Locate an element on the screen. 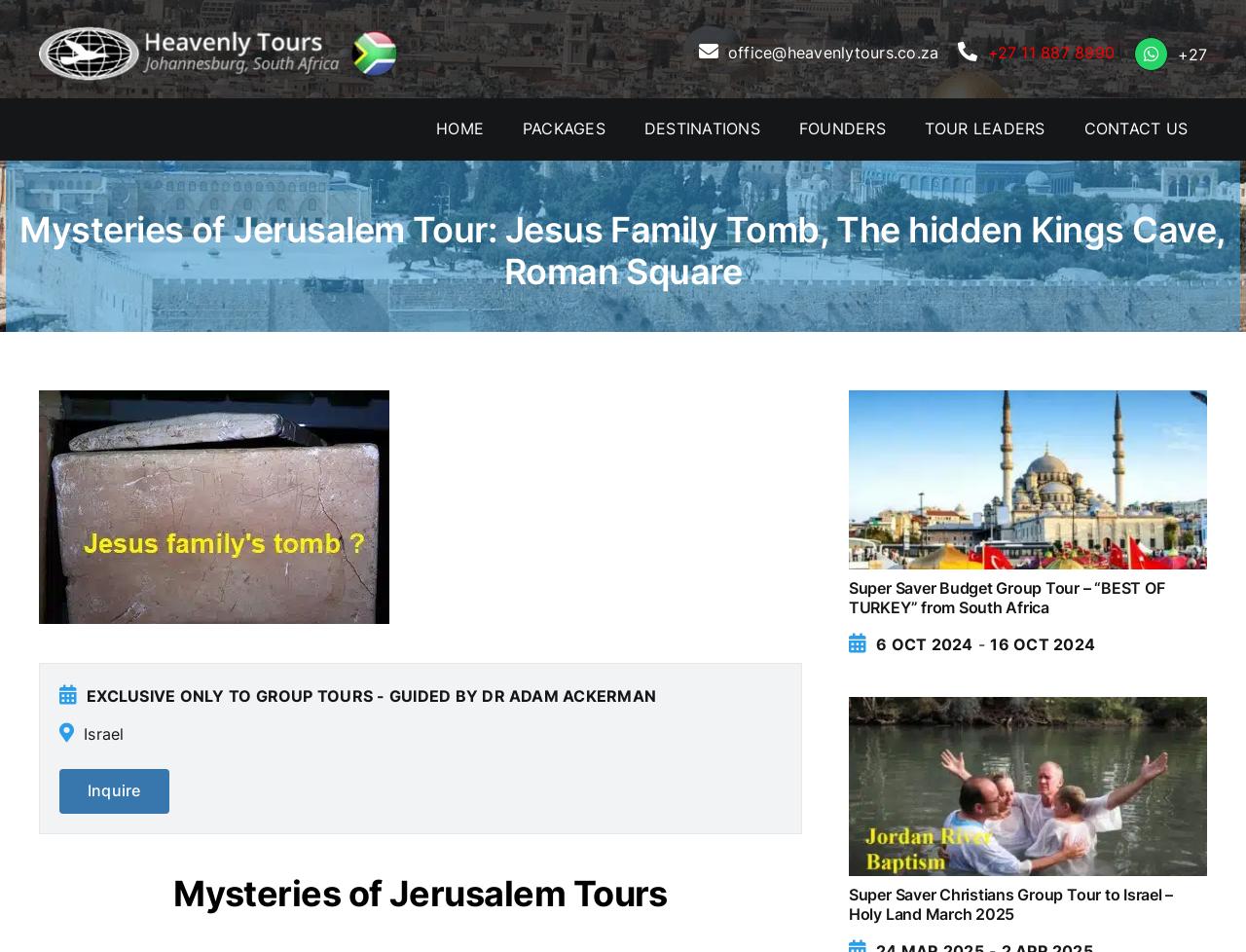 The height and width of the screenshot is (952, 1246). 'Mysteries of Jerusalem Tour: Jesus Family Tomb, The hidden Kings Cave, Roman Square' is located at coordinates (621, 249).